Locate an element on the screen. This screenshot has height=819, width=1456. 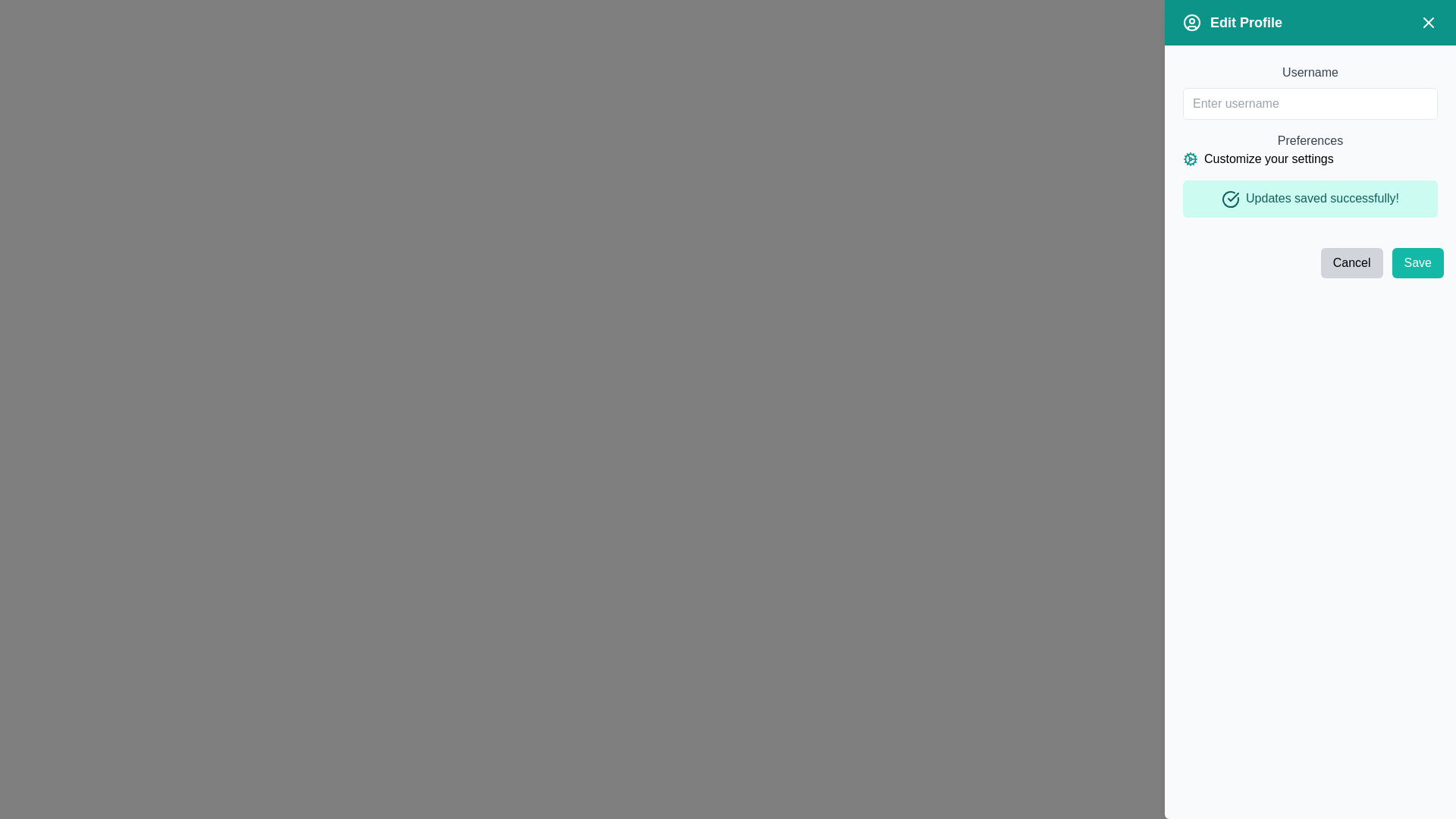
the Text with an icon element that serves as a label or heading within the 'Edit Profile' dialog box, located below the 'Username' section and above the status message 'Updates saved successfully!' is located at coordinates (1310, 149).